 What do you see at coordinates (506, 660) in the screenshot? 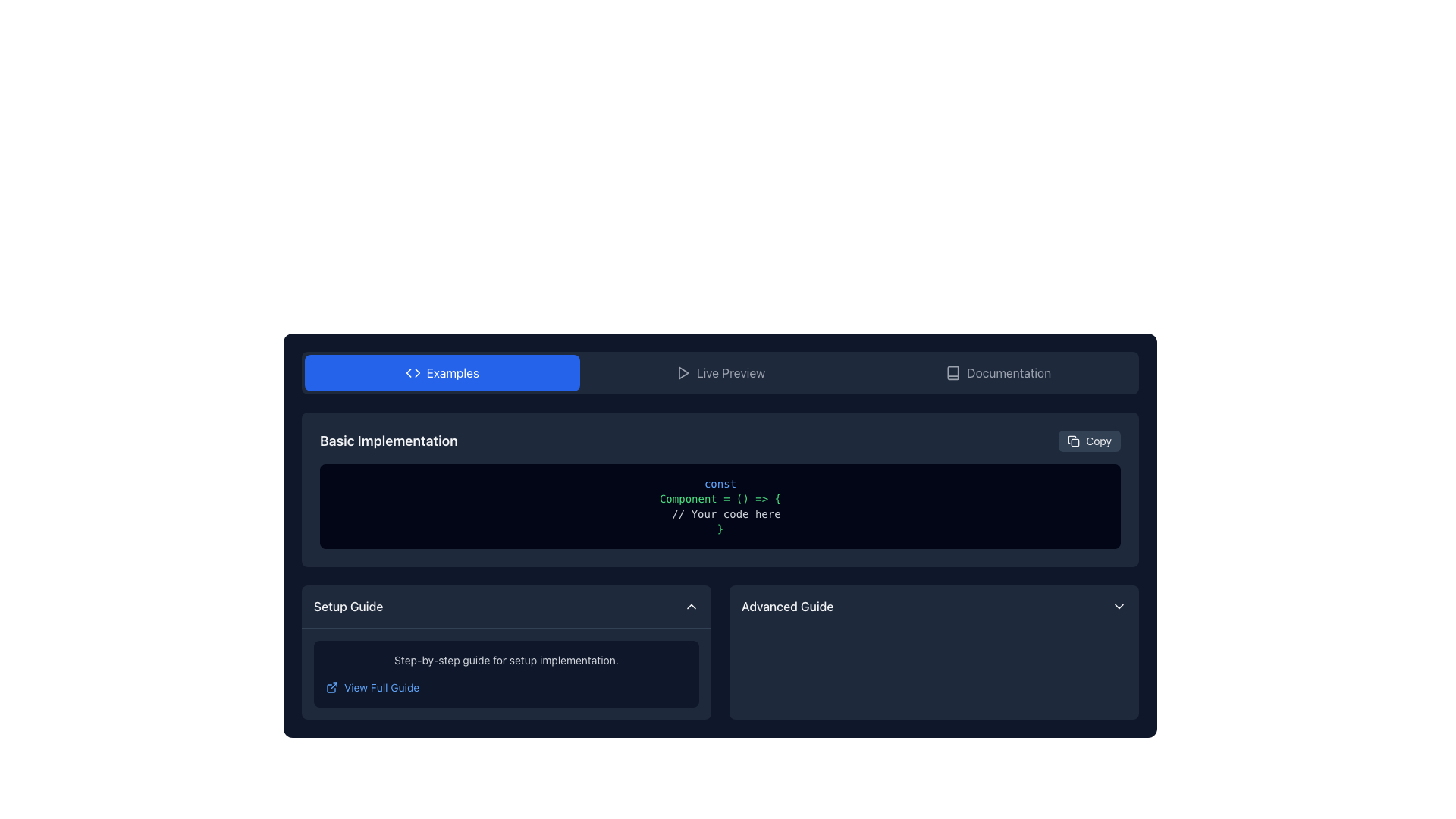
I see `the text element styled with a small, light gray font that reads 'Step-by-step guide for setup implementation.' located in the 'Setup Guide' section beneath the header` at bounding box center [506, 660].